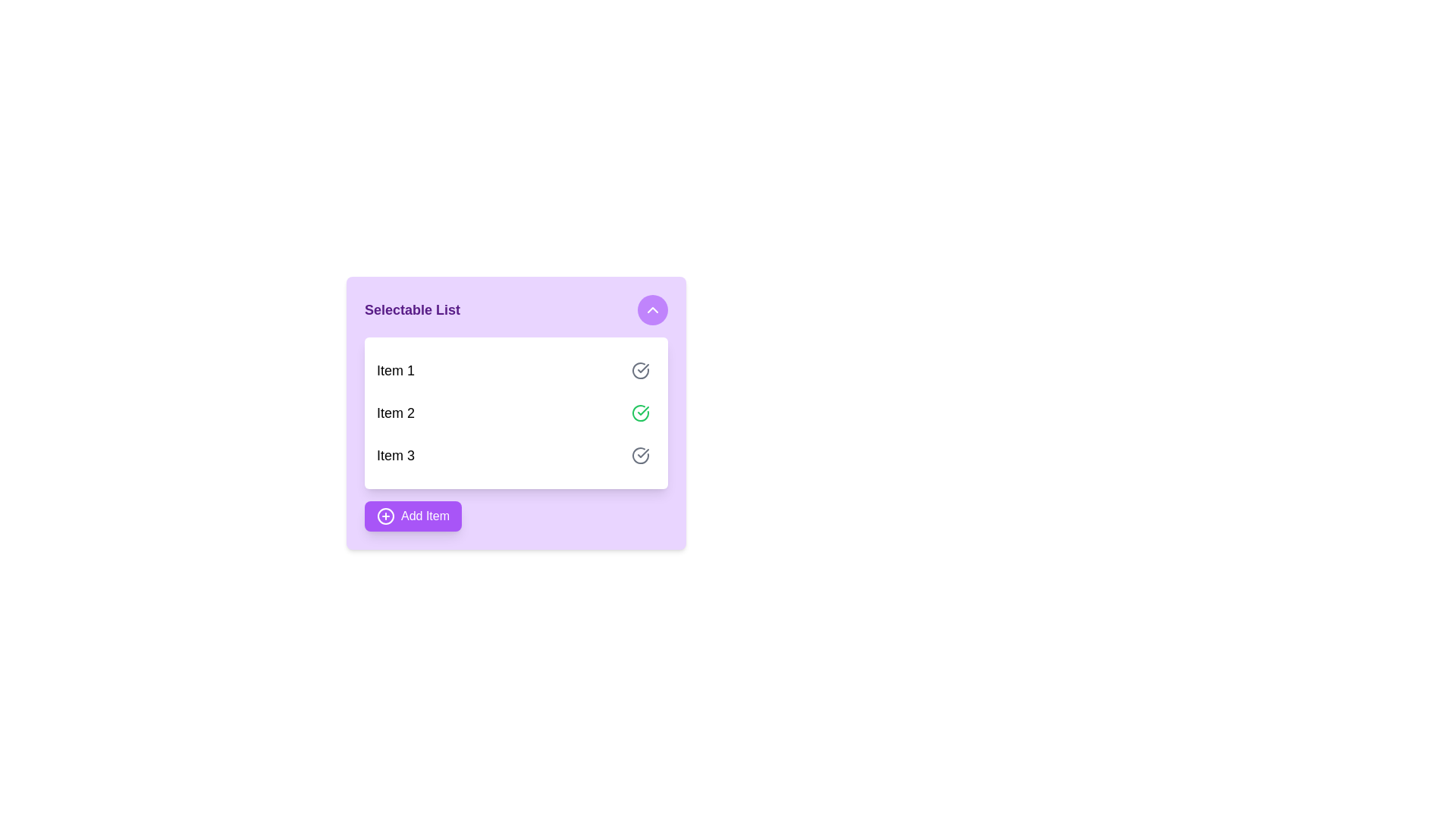 The height and width of the screenshot is (819, 1456). What do you see at coordinates (652, 309) in the screenshot?
I see `the button located in the far right corner of the title bar of the panel labeled 'Selectable List'` at bounding box center [652, 309].